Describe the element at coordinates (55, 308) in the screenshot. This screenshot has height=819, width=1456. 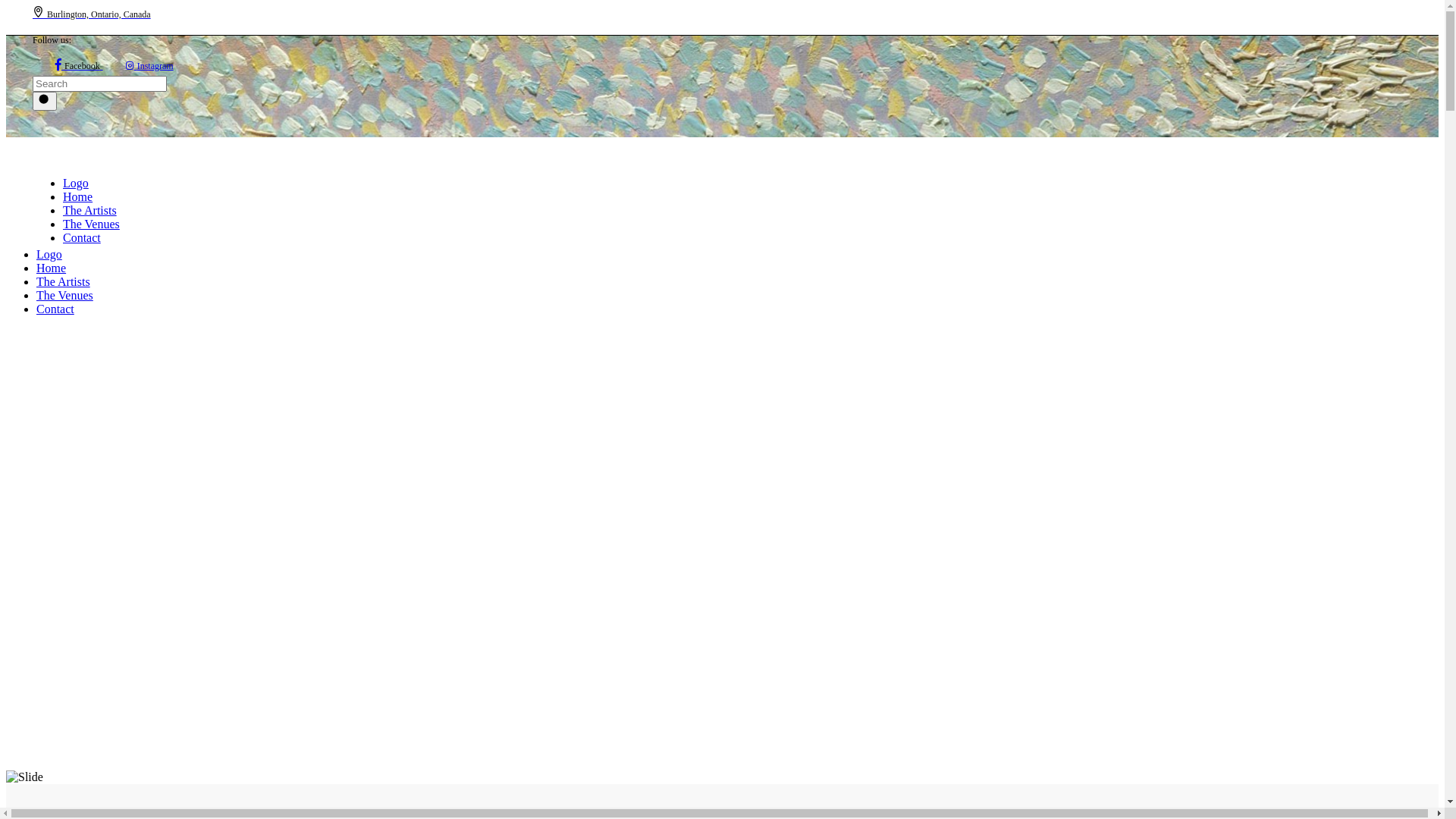
I see `'Contact'` at that location.